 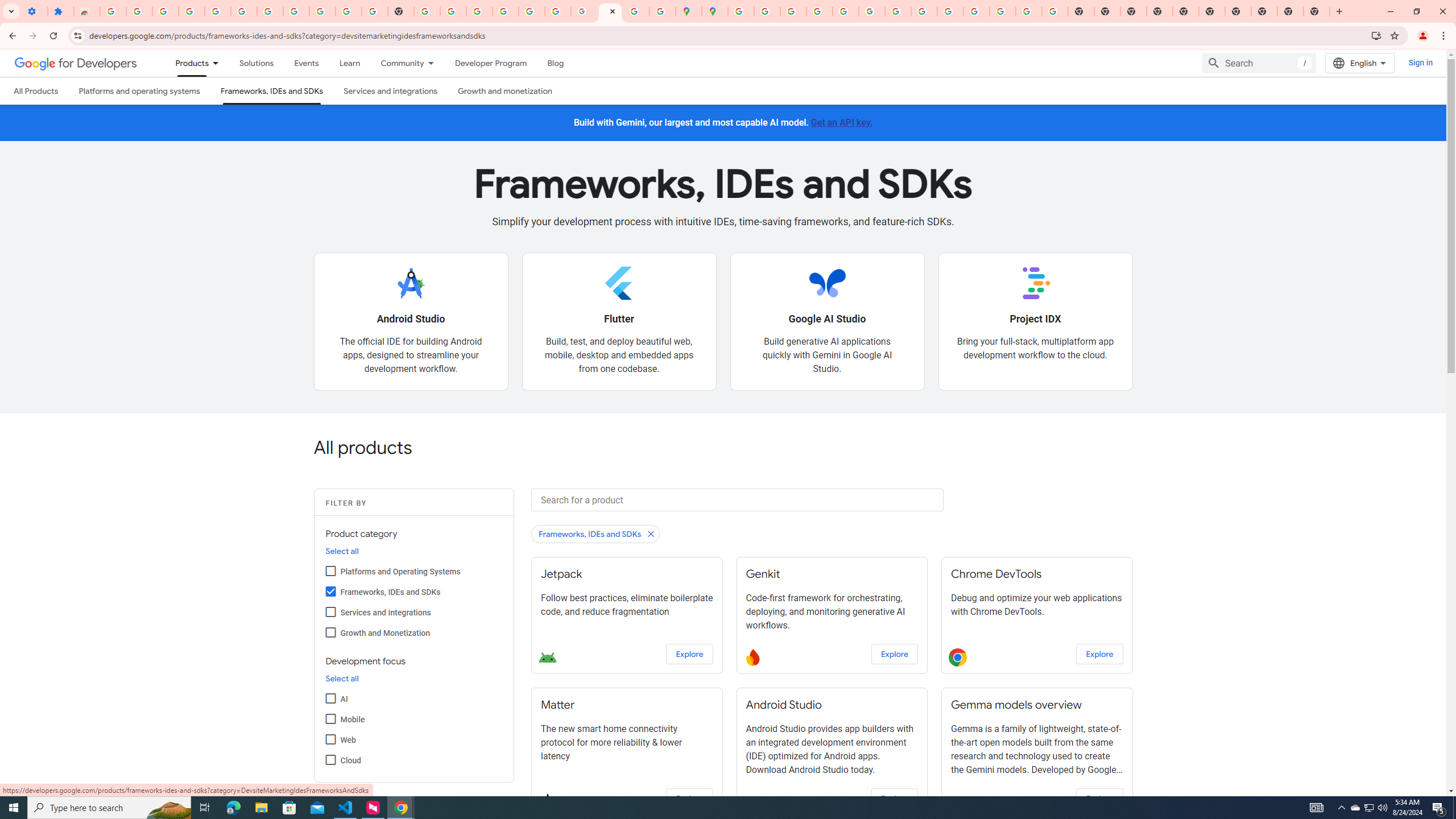 What do you see at coordinates (34, 11) in the screenshot?
I see `'Settings - On startup'` at bounding box center [34, 11].